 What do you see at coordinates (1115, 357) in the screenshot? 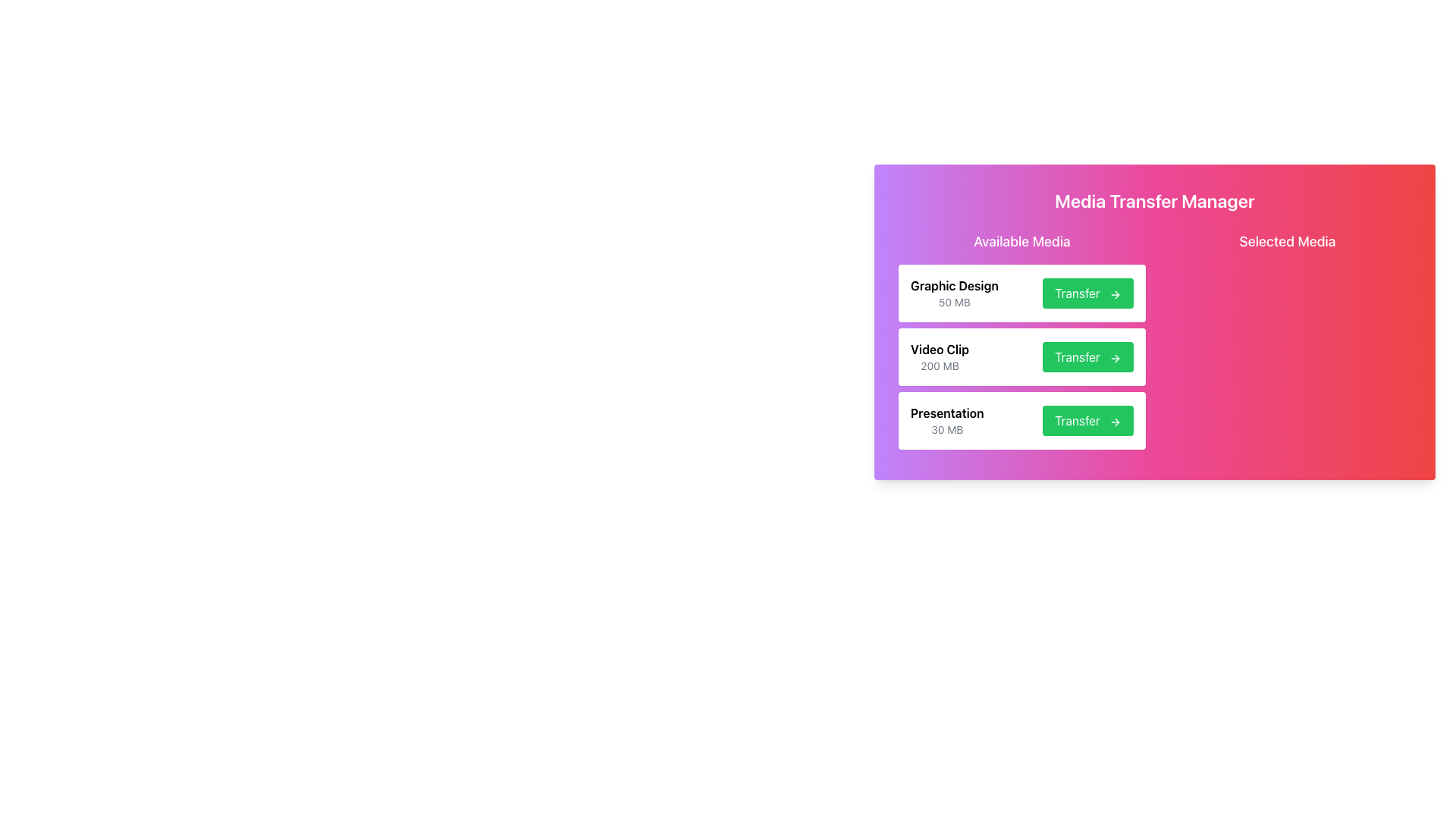
I see `the arrow icon located to the right of the 'Transfer' button in the second row of the 'Available Media' section to initiate a transfer action for 'Video Clip'` at bounding box center [1115, 357].